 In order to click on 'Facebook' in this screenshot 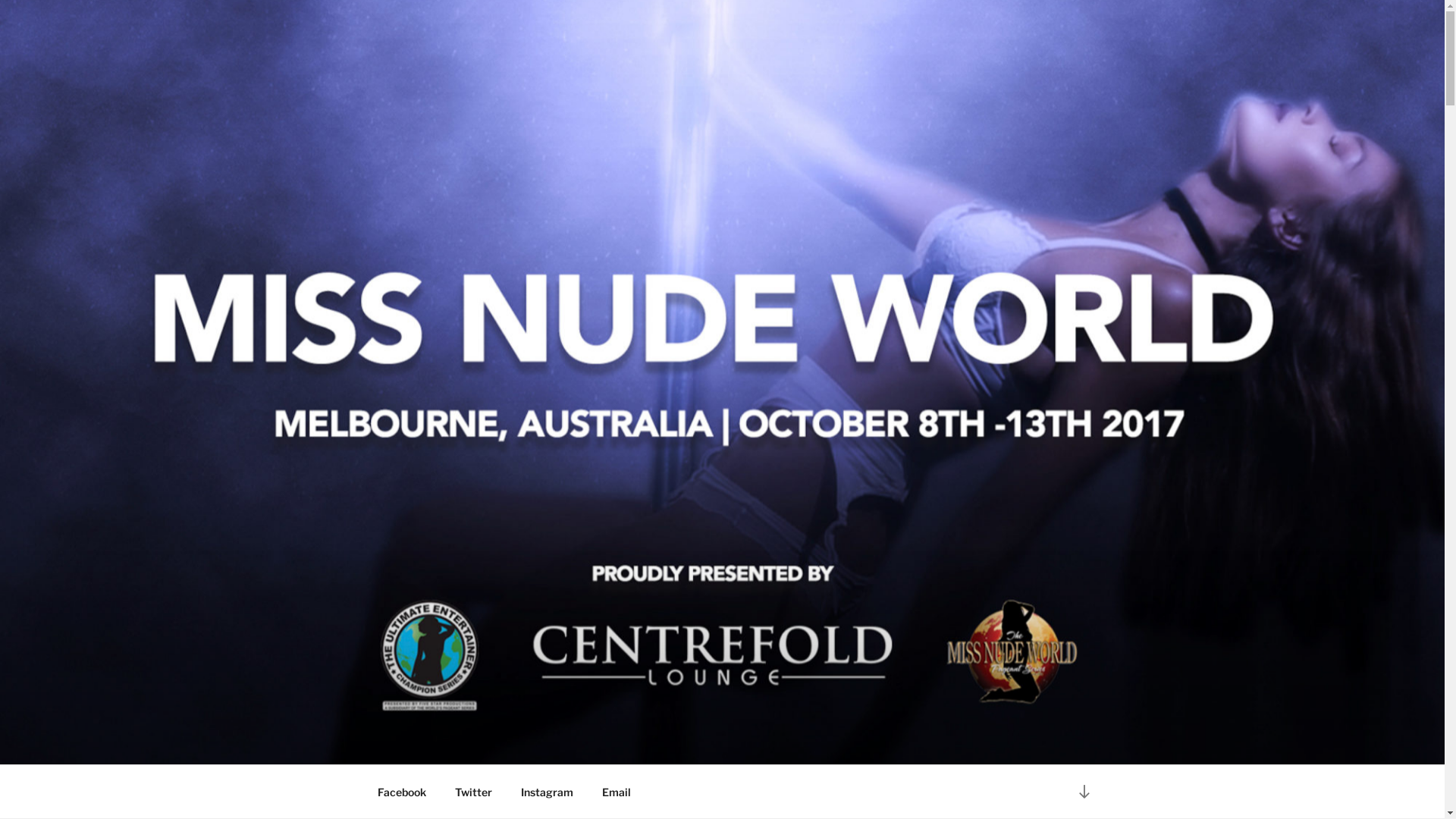, I will do `click(401, 791)`.